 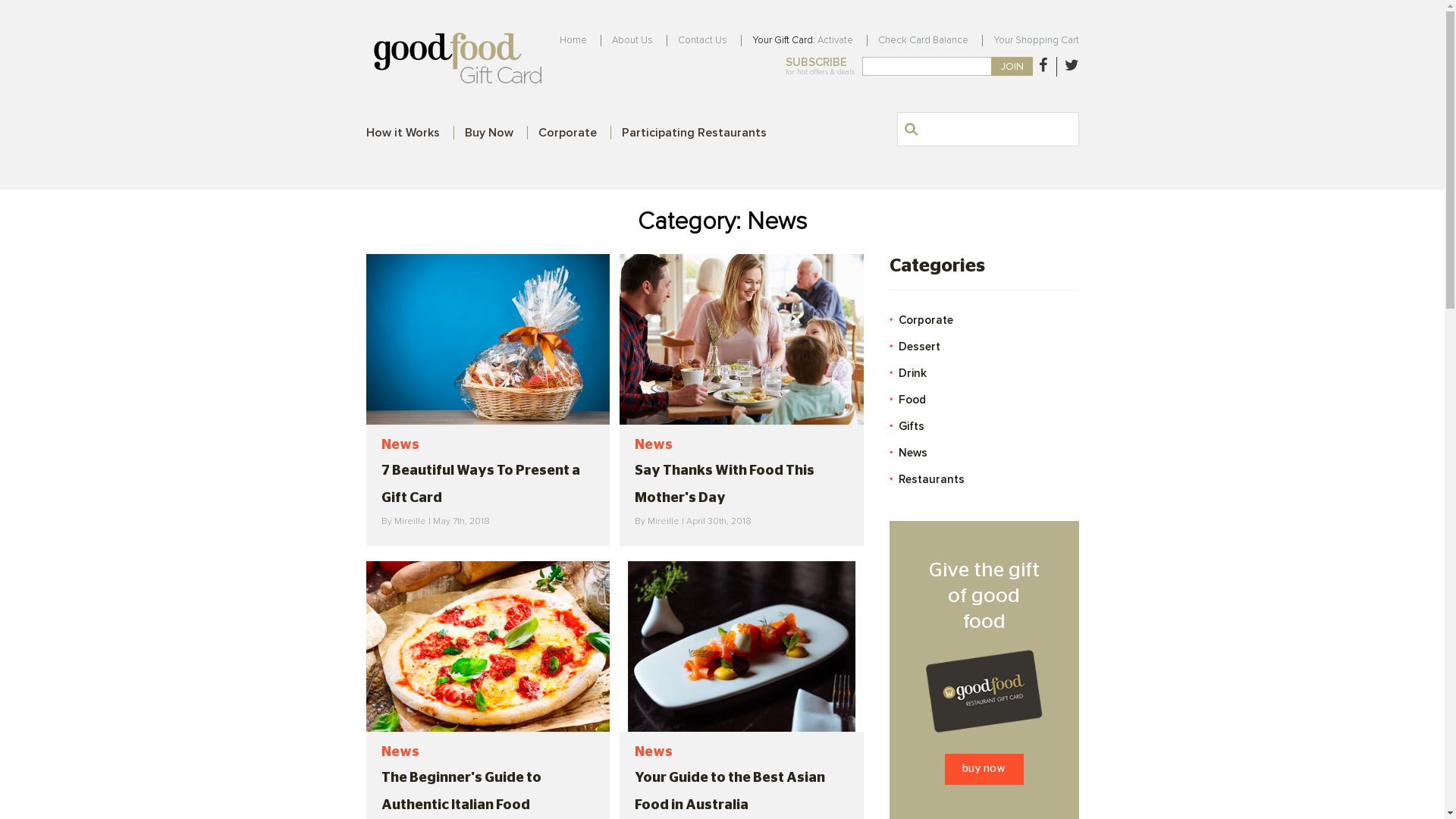 I want to click on 'About Us', so click(x=632, y=39).